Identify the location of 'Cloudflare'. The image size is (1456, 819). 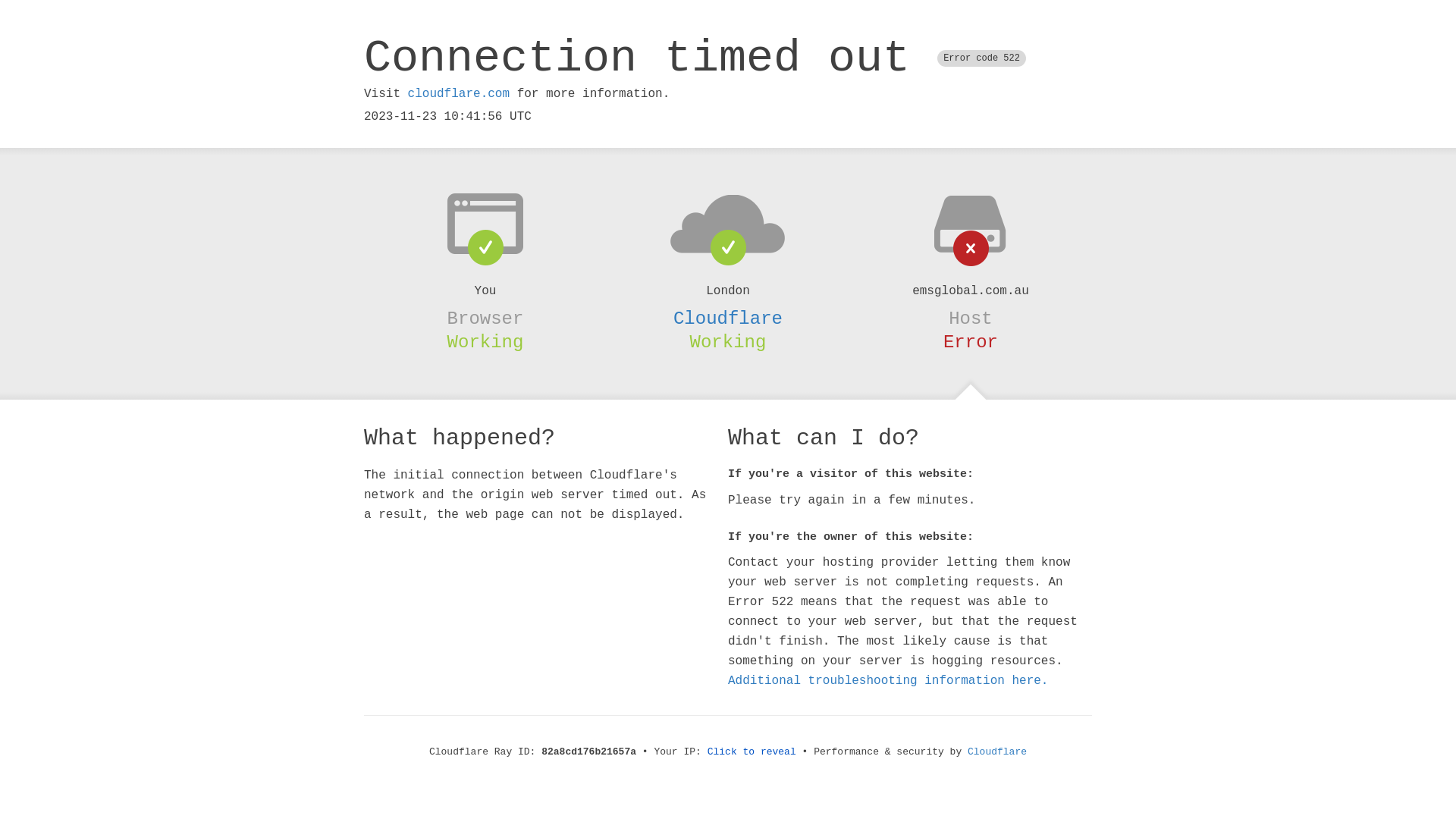
(997, 752).